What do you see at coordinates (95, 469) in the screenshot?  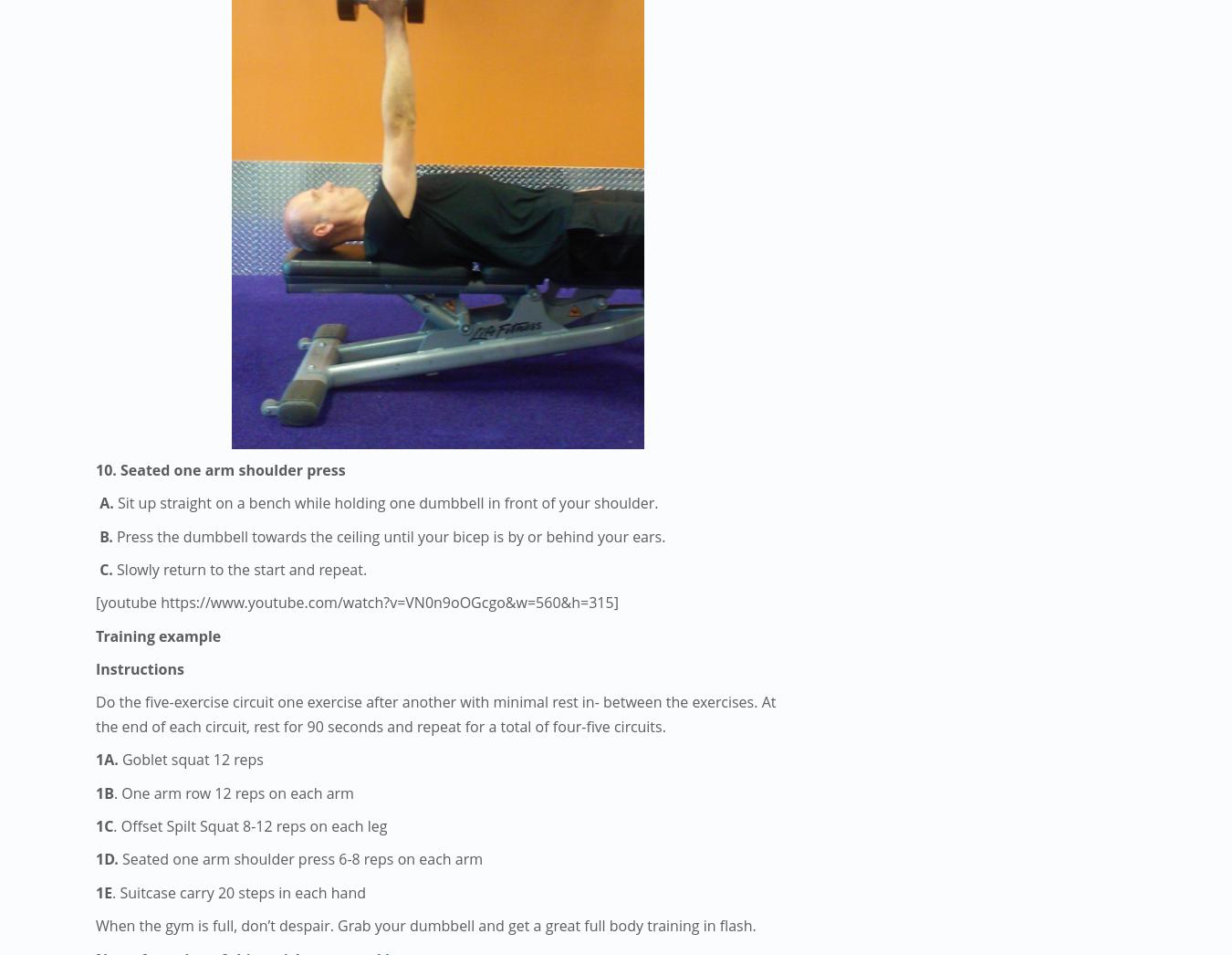 I see `'10. Seated one arm shoulder press'` at bounding box center [95, 469].